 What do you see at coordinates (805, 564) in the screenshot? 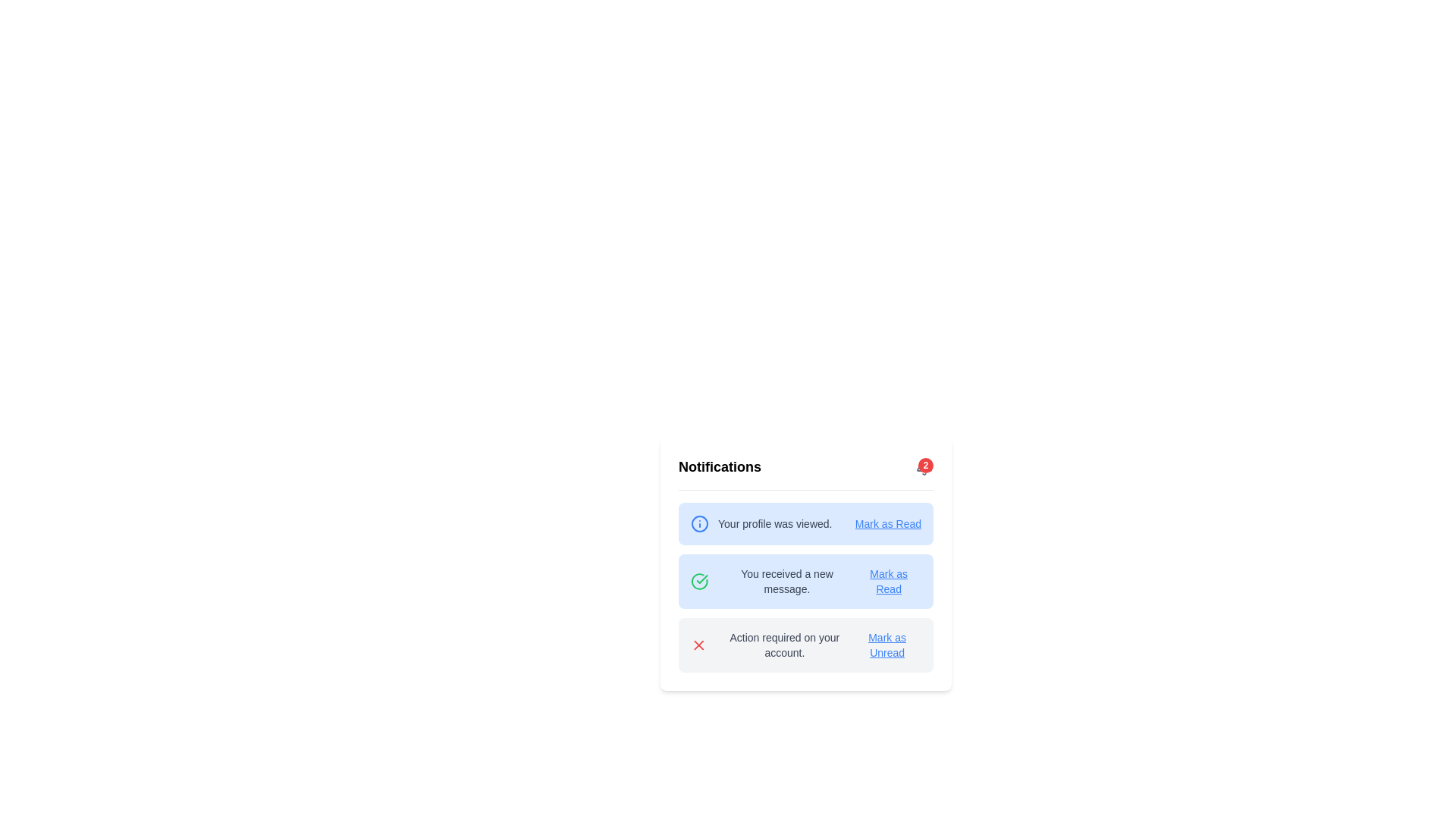
I see `the interactive link within the second notification card in the Notifications modal to mark the message as read` at bounding box center [805, 564].